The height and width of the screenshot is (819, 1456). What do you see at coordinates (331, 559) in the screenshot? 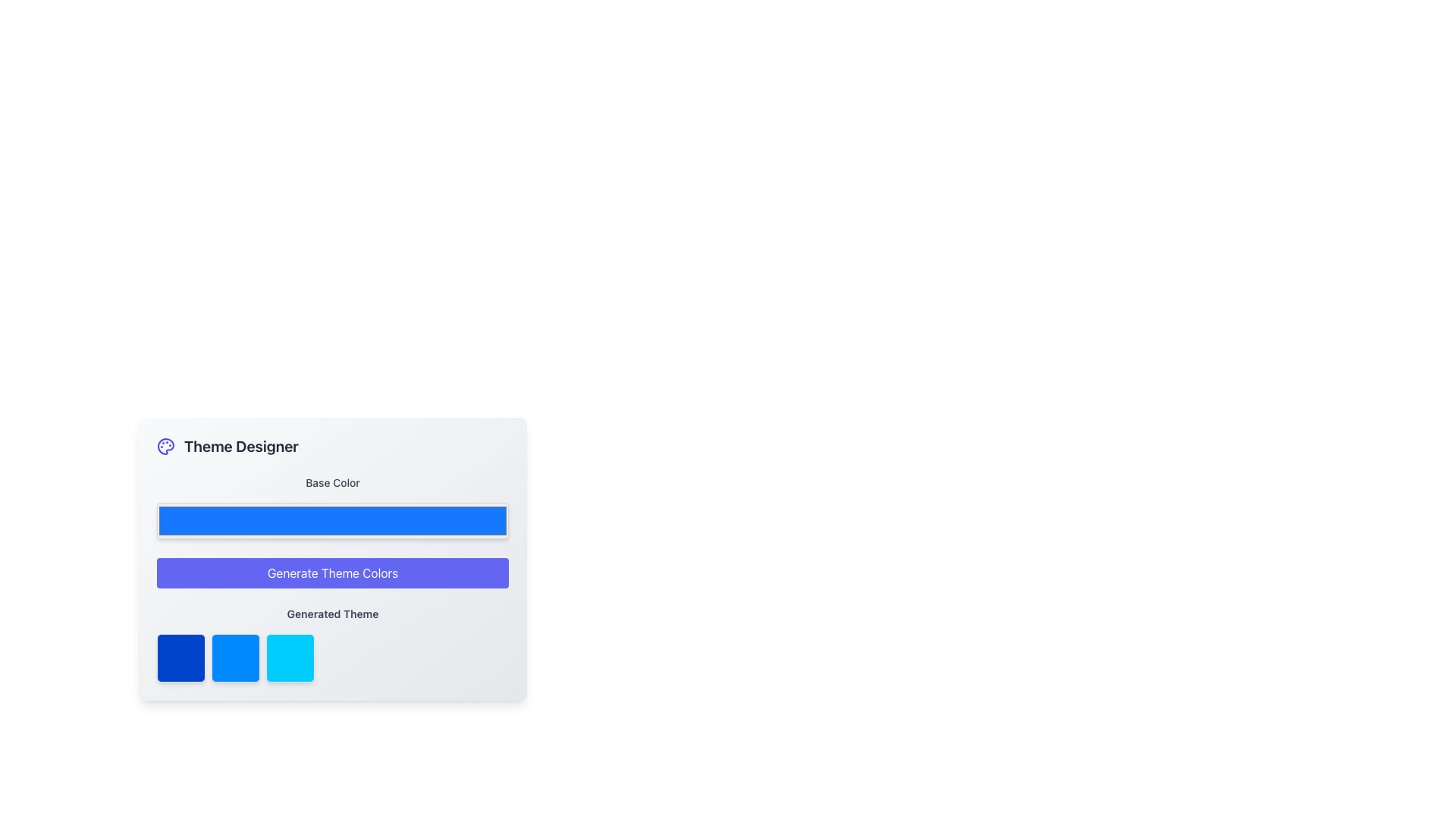
I see `the theme color generation button located in the central part of the 'Theme Designer' card, which is below the 'Base Color' section and above the 'Generated Theme' section` at bounding box center [331, 559].